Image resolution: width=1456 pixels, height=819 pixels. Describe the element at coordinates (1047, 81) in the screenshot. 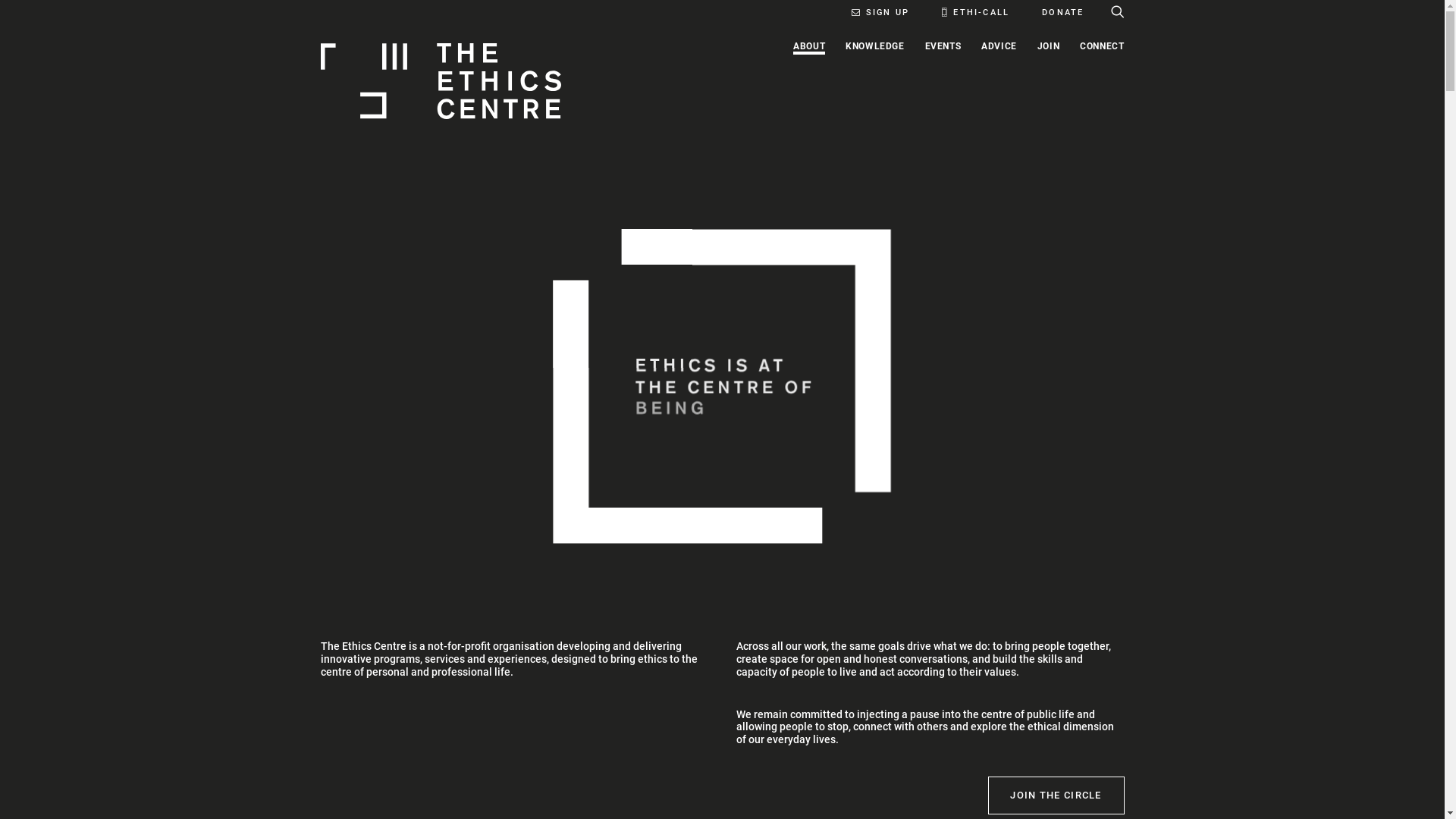

I see `'JOIN'` at that location.